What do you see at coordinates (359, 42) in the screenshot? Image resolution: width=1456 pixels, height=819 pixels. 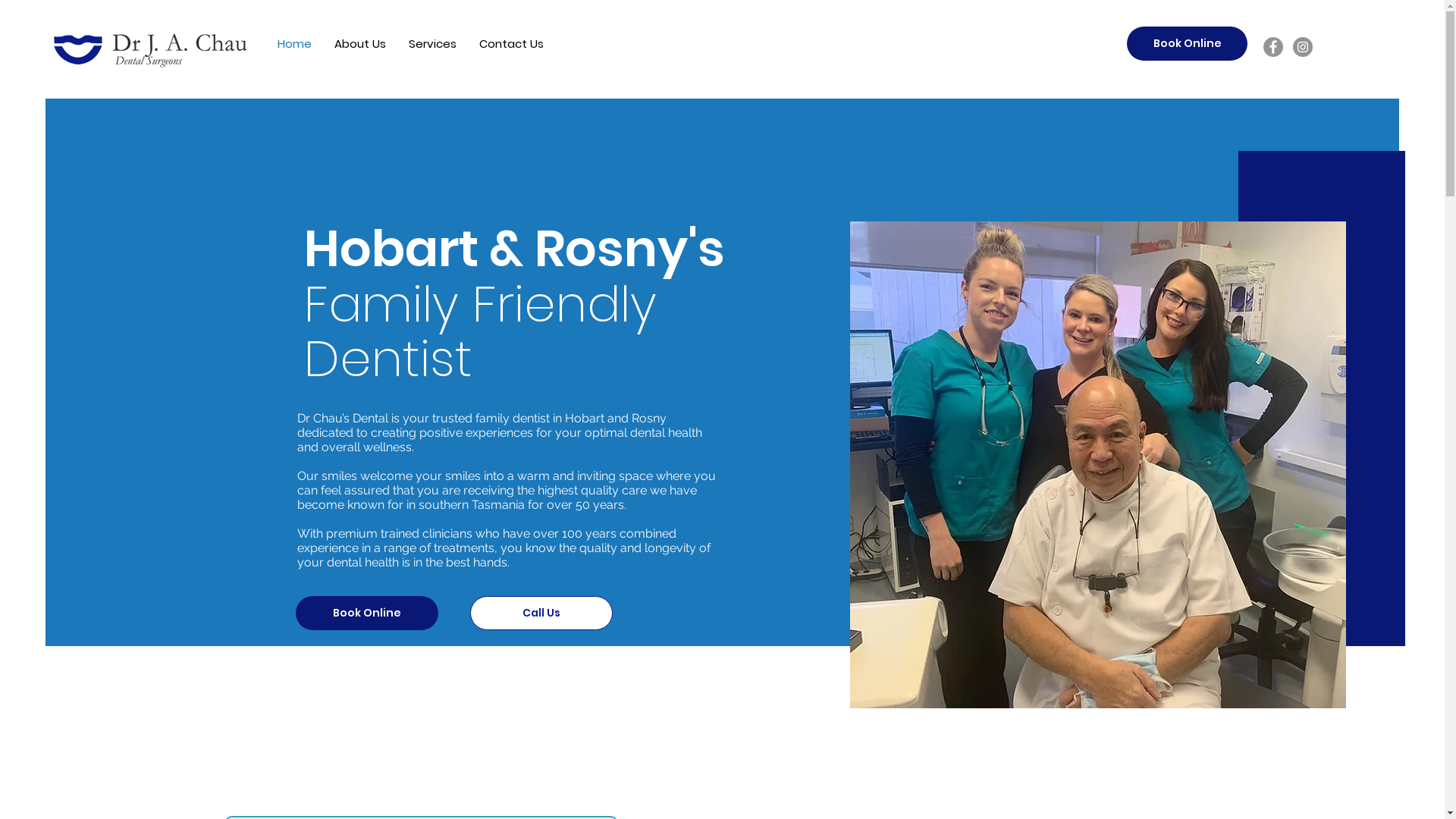 I see `'About Us'` at bounding box center [359, 42].